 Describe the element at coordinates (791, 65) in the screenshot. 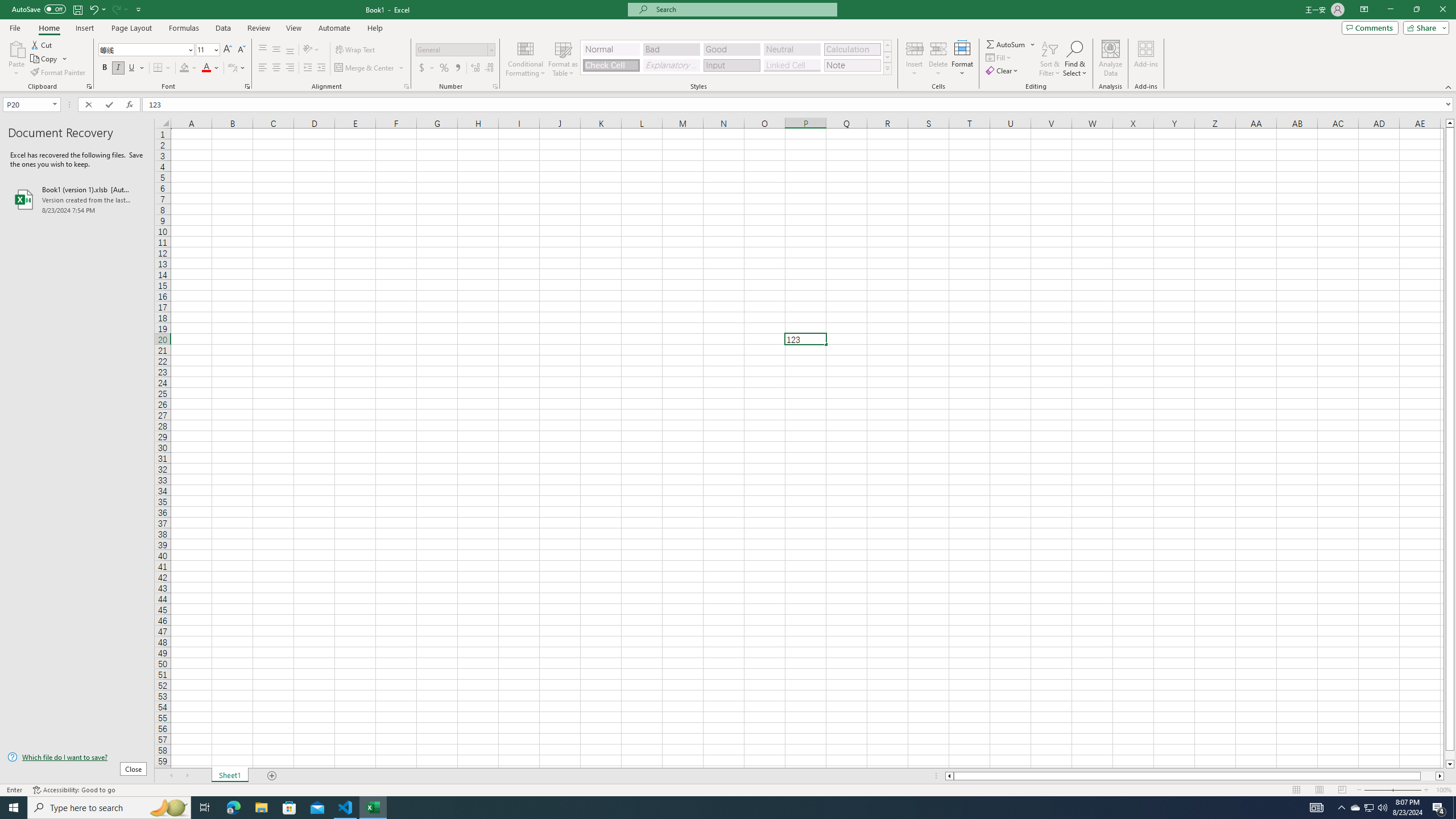

I see `'Linked Cell'` at that location.